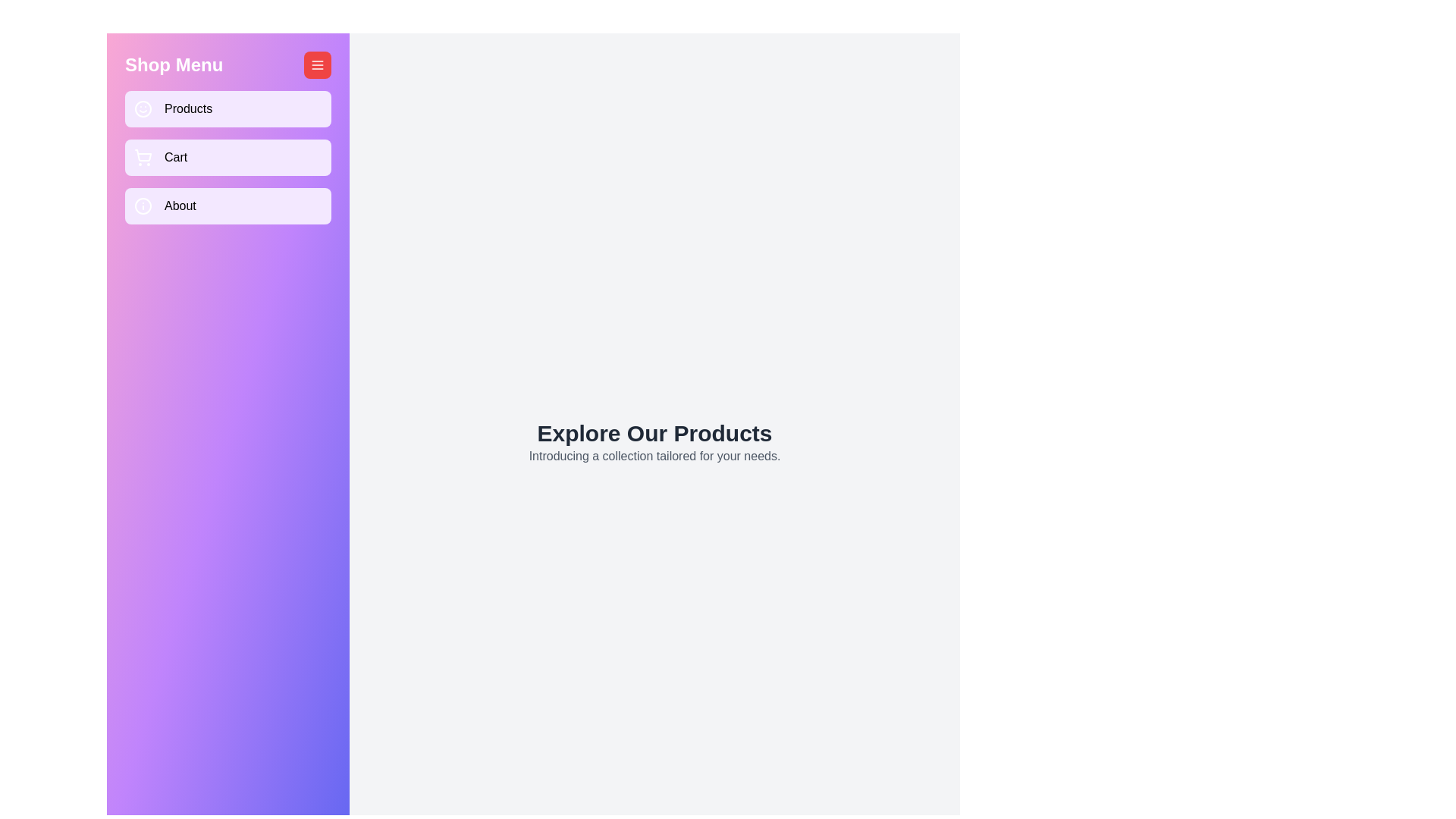  Describe the element at coordinates (227, 206) in the screenshot. I see `the 'About' button` at that location.